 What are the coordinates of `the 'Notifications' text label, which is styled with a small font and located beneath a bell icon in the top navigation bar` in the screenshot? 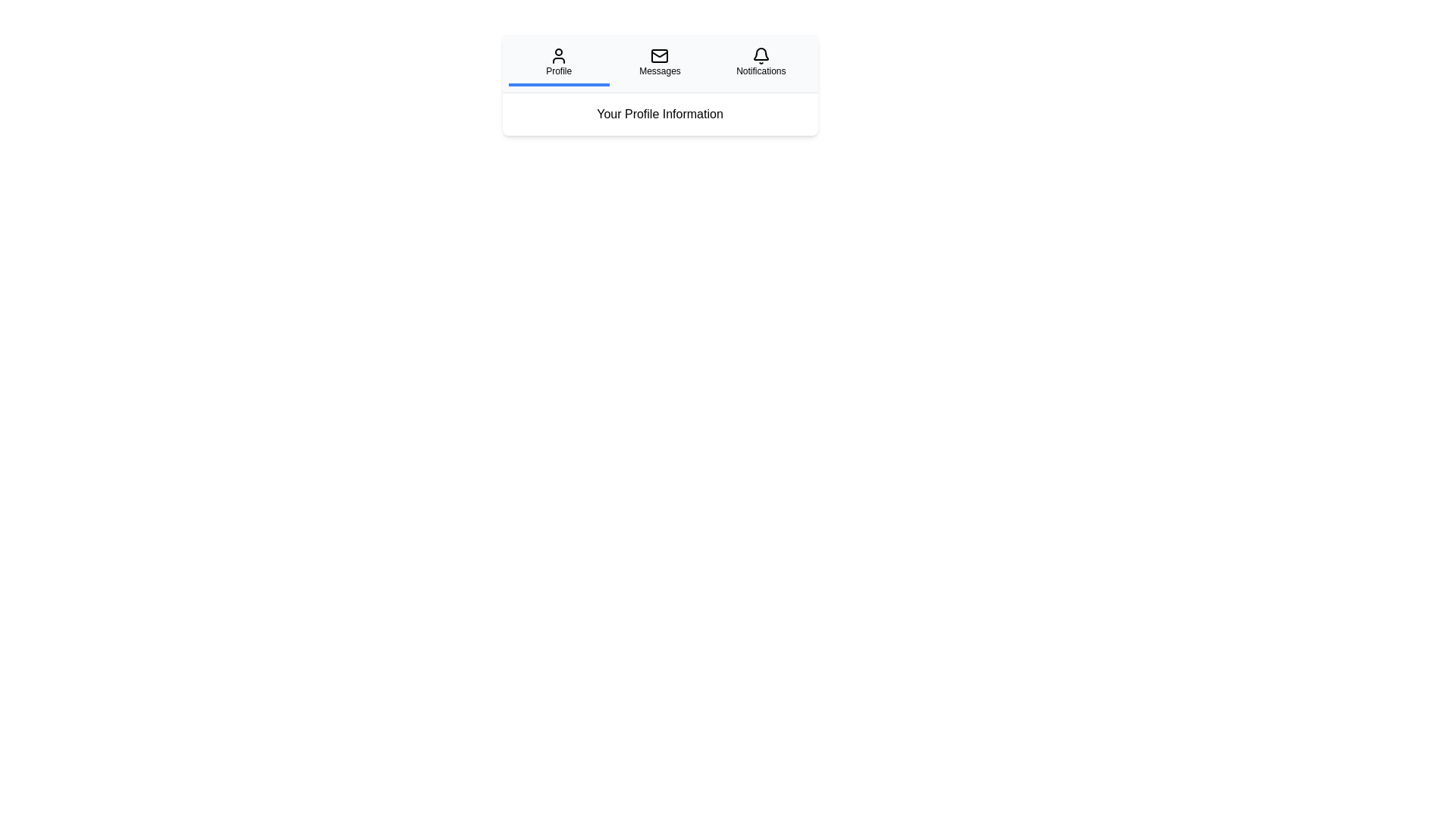 It's located at (761, 71).